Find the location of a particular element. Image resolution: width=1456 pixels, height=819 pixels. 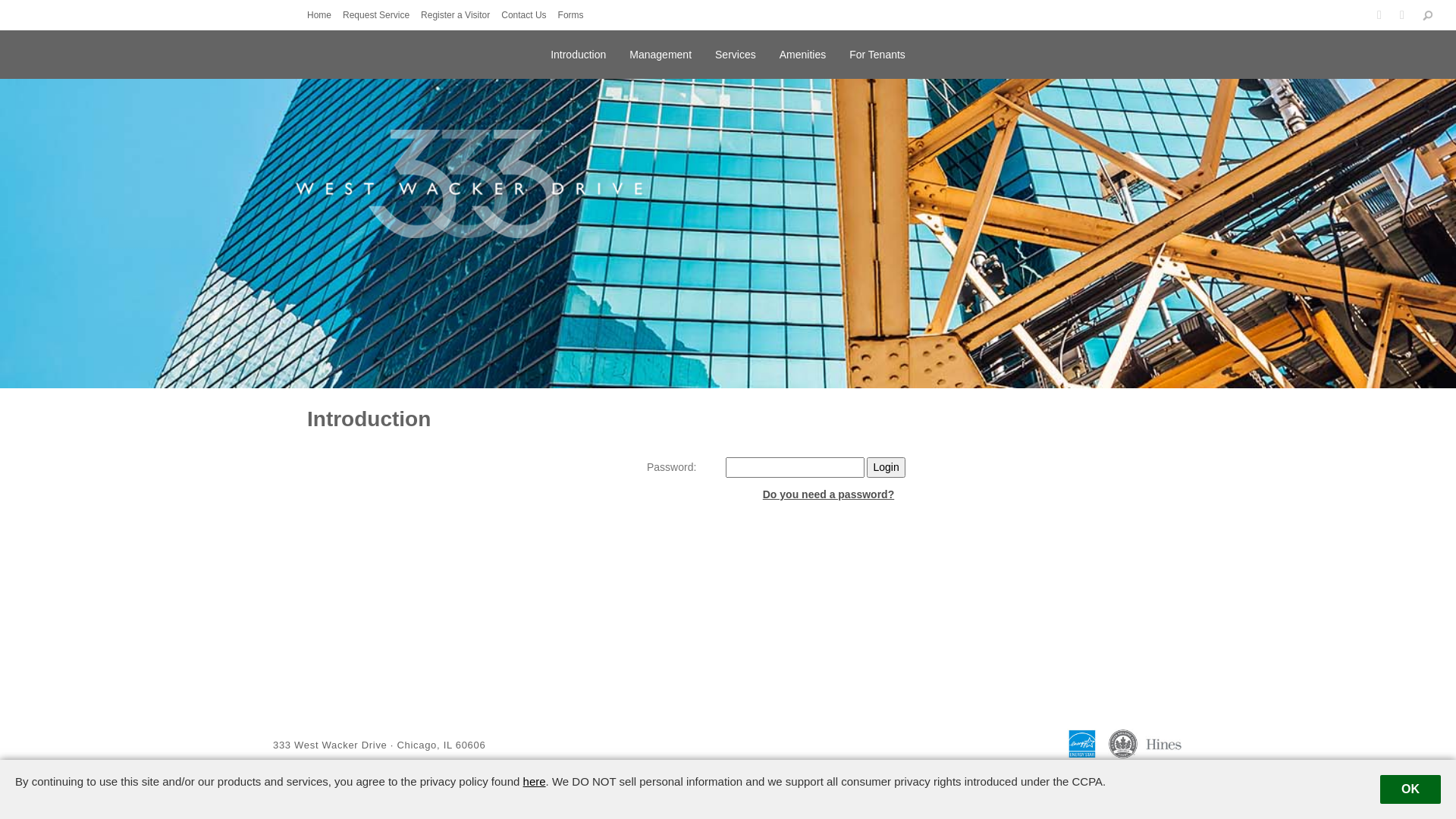

'Home' is located at coordinates (322, 14).